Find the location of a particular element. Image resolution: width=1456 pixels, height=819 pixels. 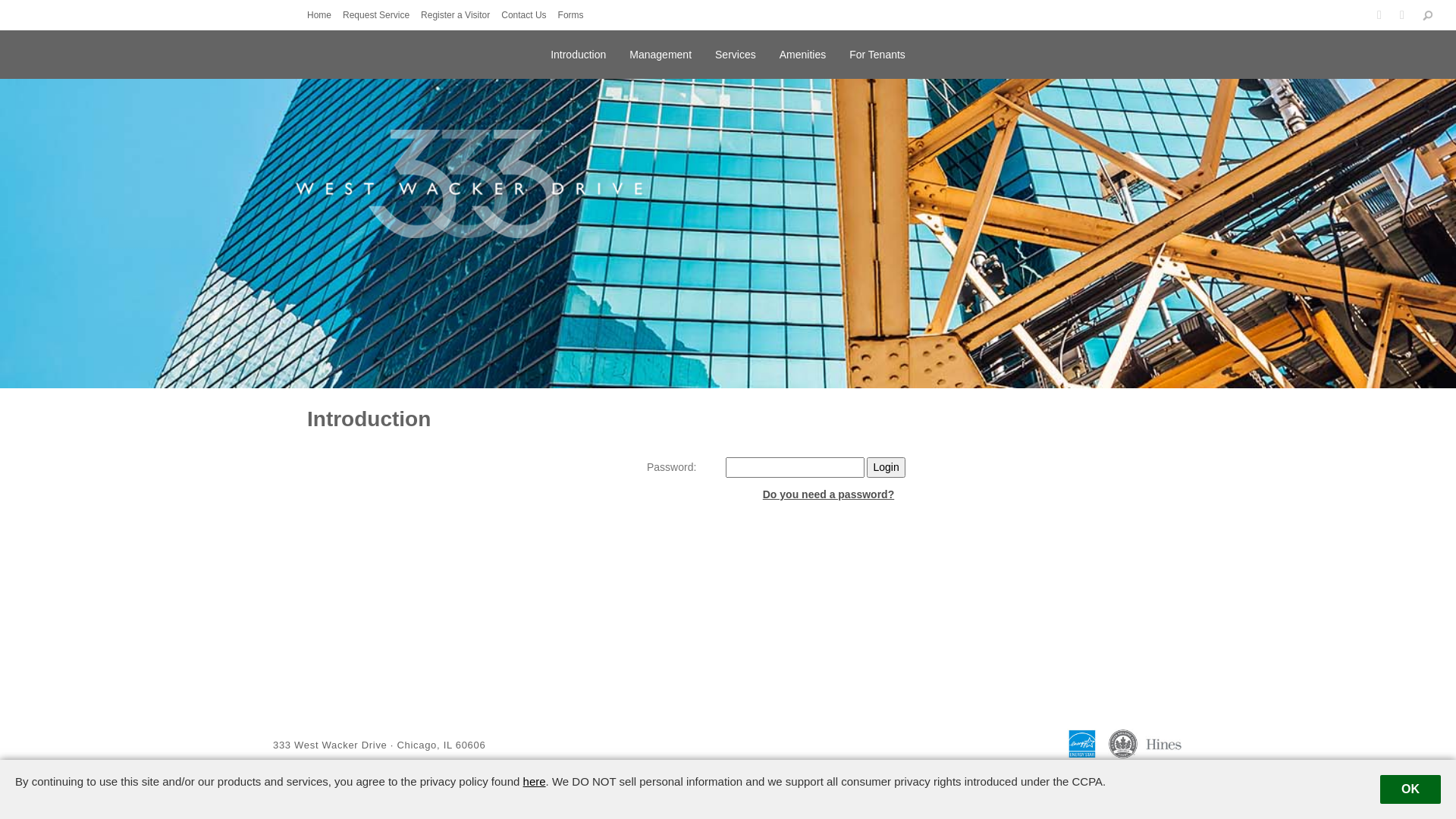

'Home' is located at coordinates (322, 14).